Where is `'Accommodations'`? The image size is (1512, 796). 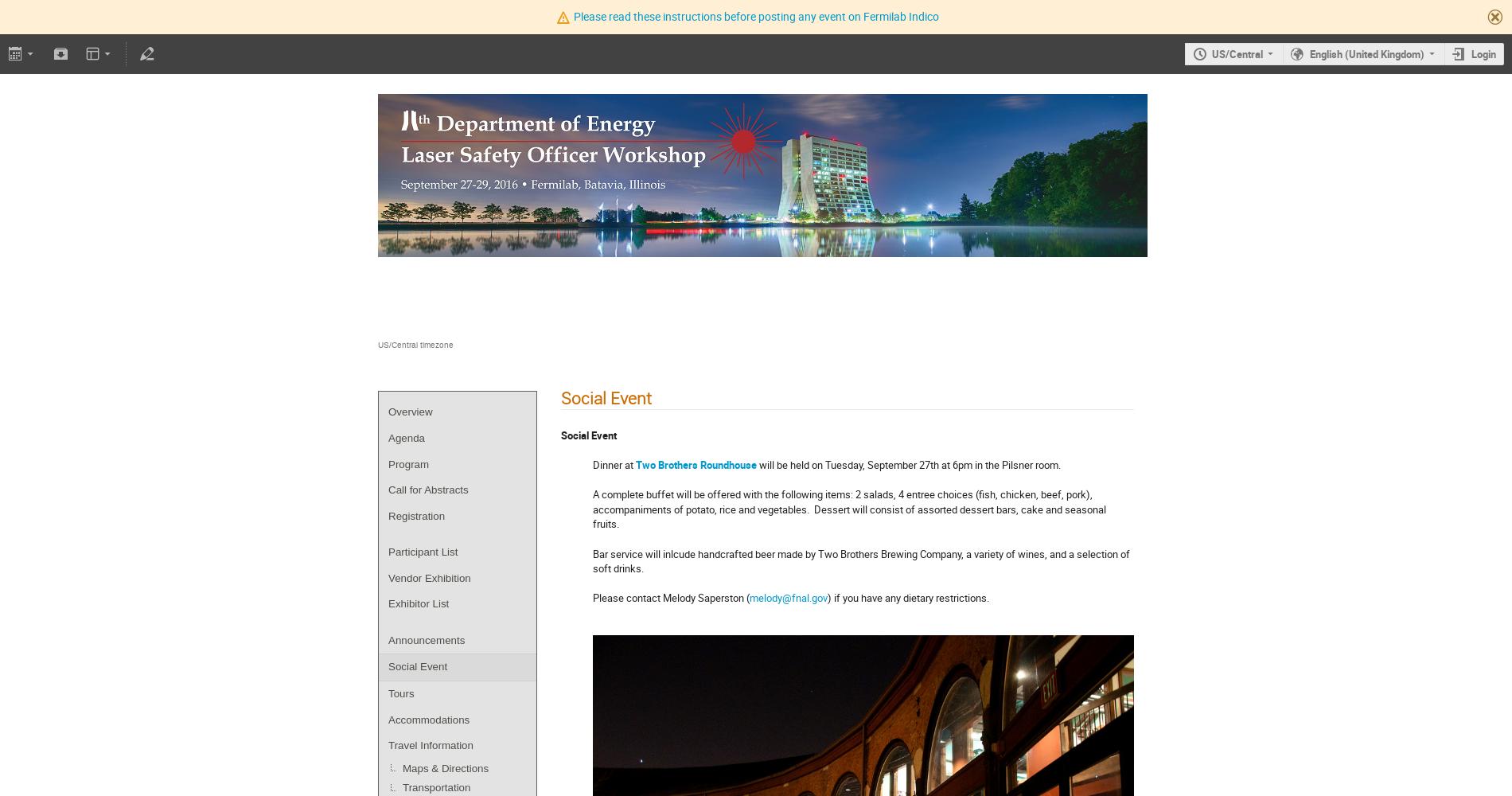
'Accommodations' is located at coordinates (429, 719).